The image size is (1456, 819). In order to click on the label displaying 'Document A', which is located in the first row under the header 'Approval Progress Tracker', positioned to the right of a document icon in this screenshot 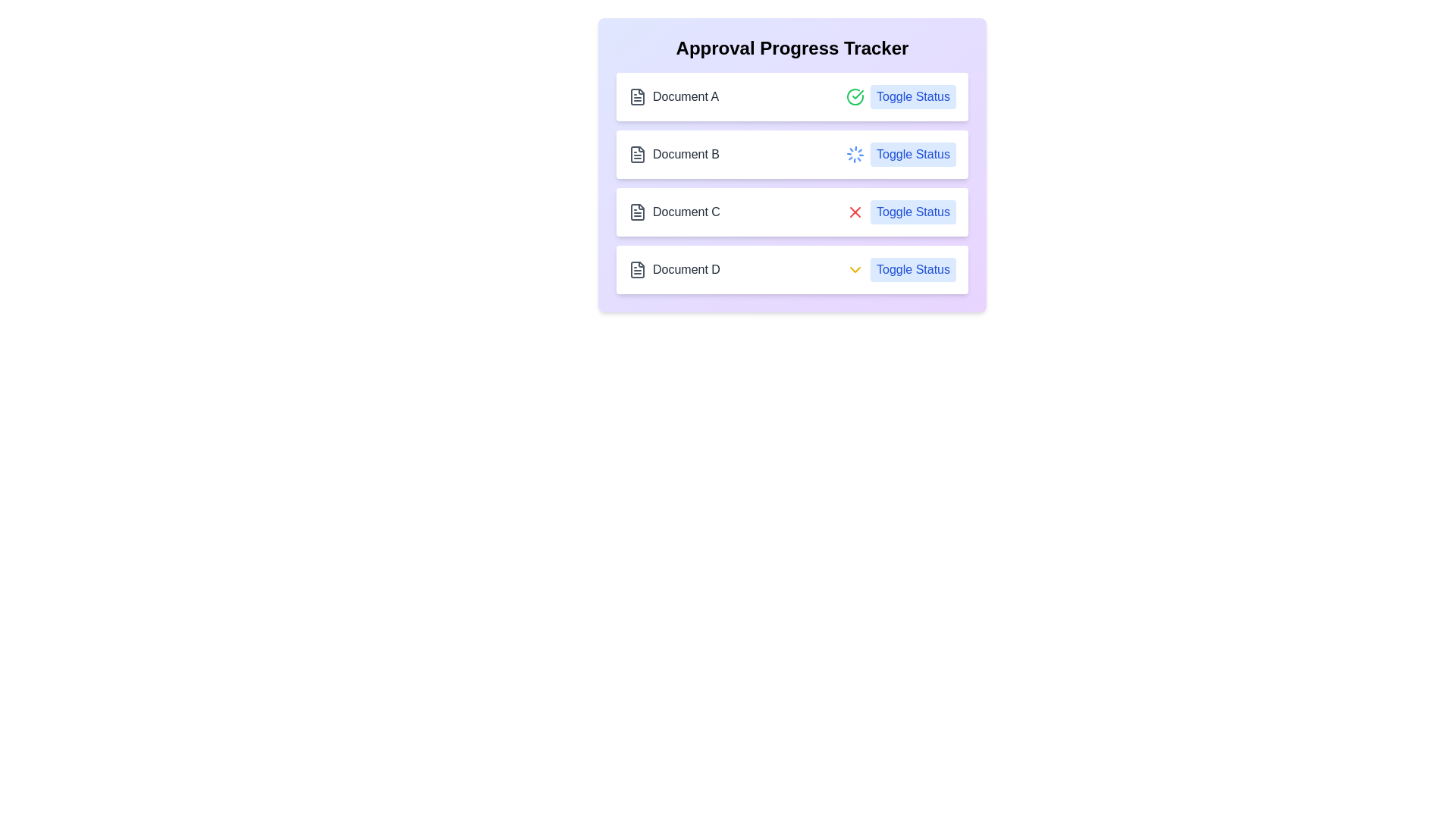, I will do `click(685, 96)`.